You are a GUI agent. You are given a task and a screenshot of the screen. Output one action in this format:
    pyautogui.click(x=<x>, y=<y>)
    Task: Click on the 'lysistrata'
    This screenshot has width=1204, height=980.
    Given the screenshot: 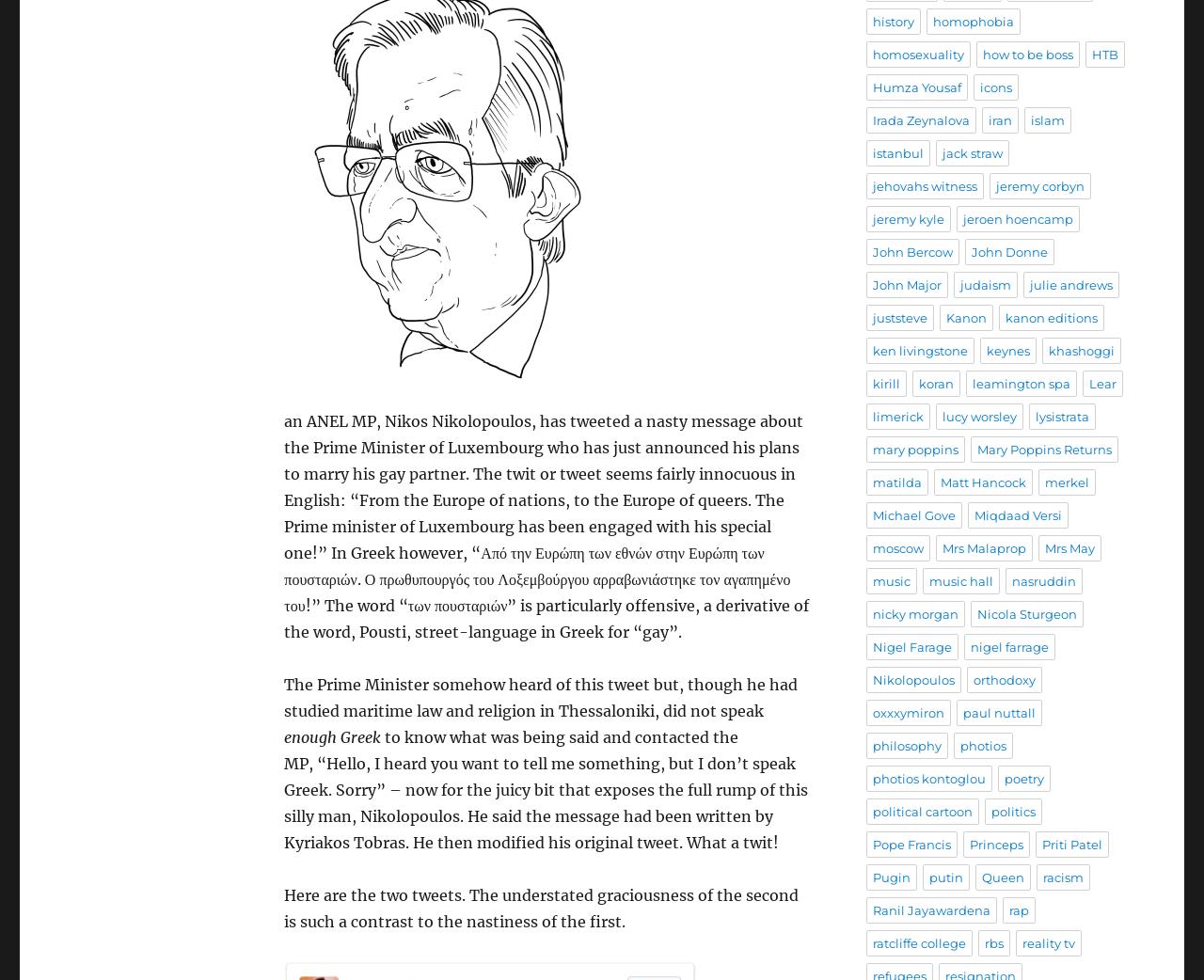 What is the action you would take?
    pyautogui.click(x=1062, y=416)
    